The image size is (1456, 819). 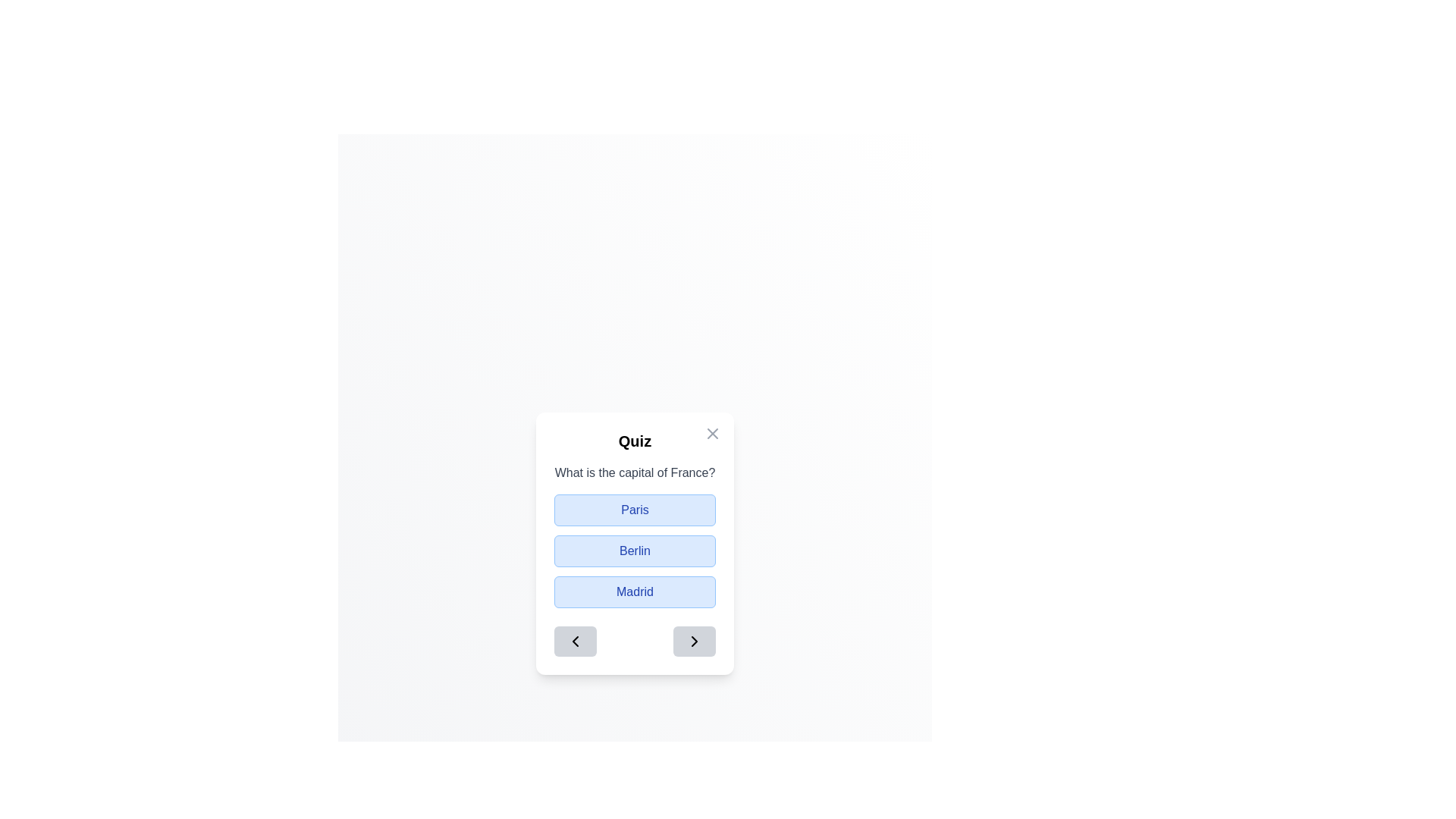 I want to click on the right-pointing chevron segment of the arrow icon located at the bottom right of the dialog box, so click(x=694, y=641).